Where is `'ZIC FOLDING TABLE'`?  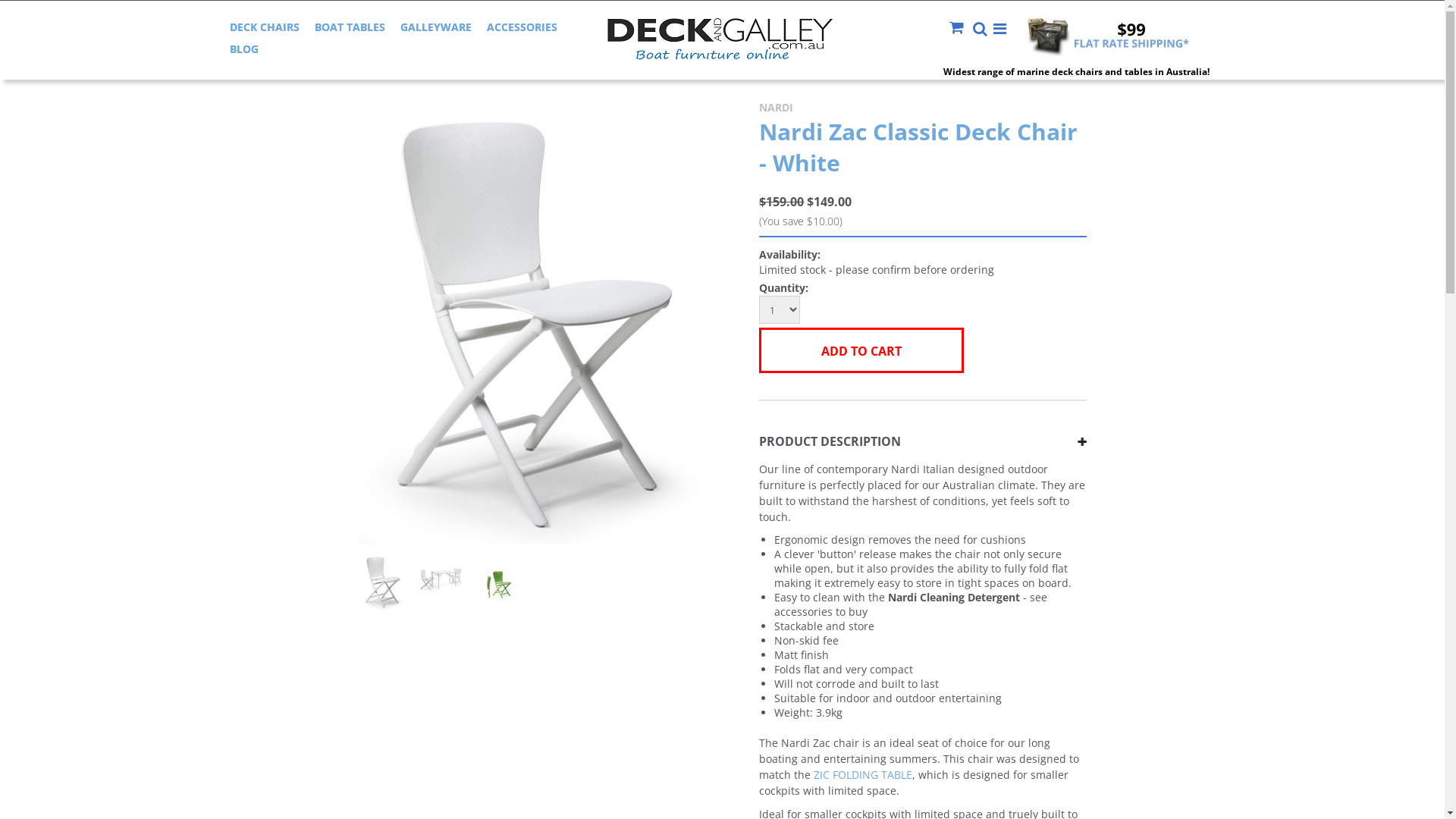 'ZIC FOLDING TABLE' is located at coordinates (862, 774).